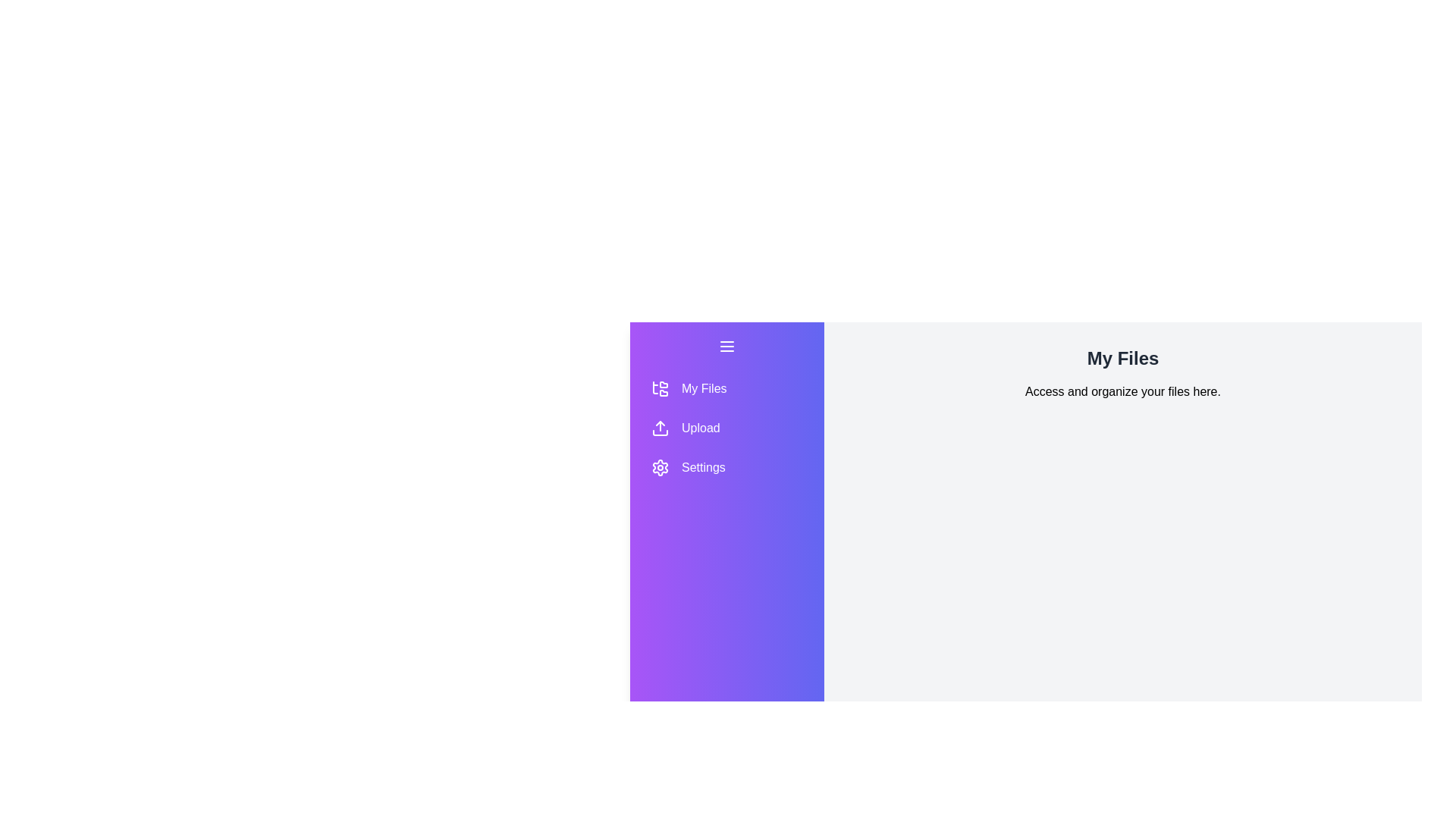 Image resolution: width=1456 pixels, height=819 pixels. What do you see at coordinates (726, 428) in the screenshot?
I see `the section button to navigate to Upload` at bounding box center [726, 428].